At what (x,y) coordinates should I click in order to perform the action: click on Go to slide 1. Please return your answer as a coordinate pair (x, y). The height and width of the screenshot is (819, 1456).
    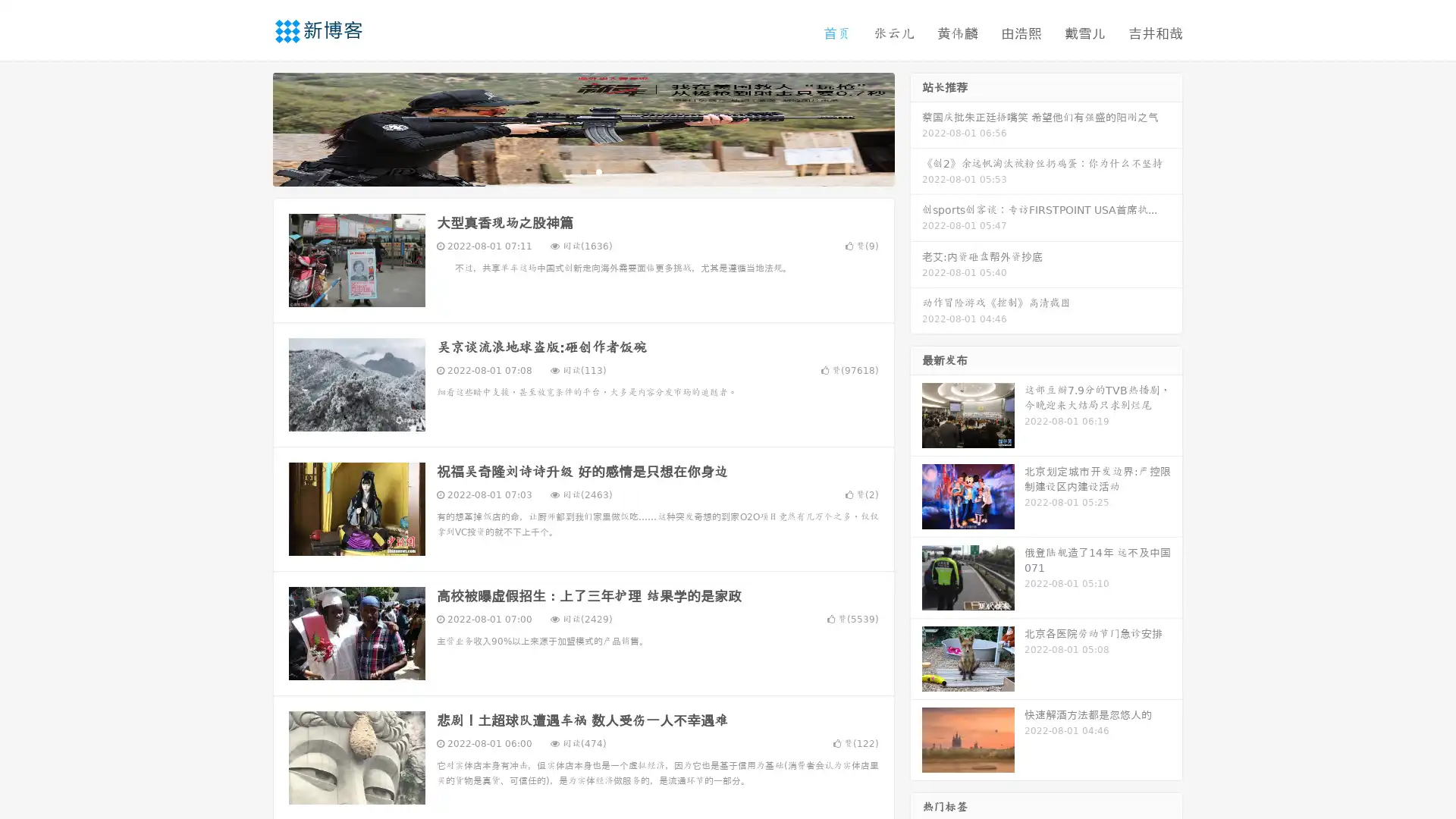
    Looking at the image, I should click on (567, 171).